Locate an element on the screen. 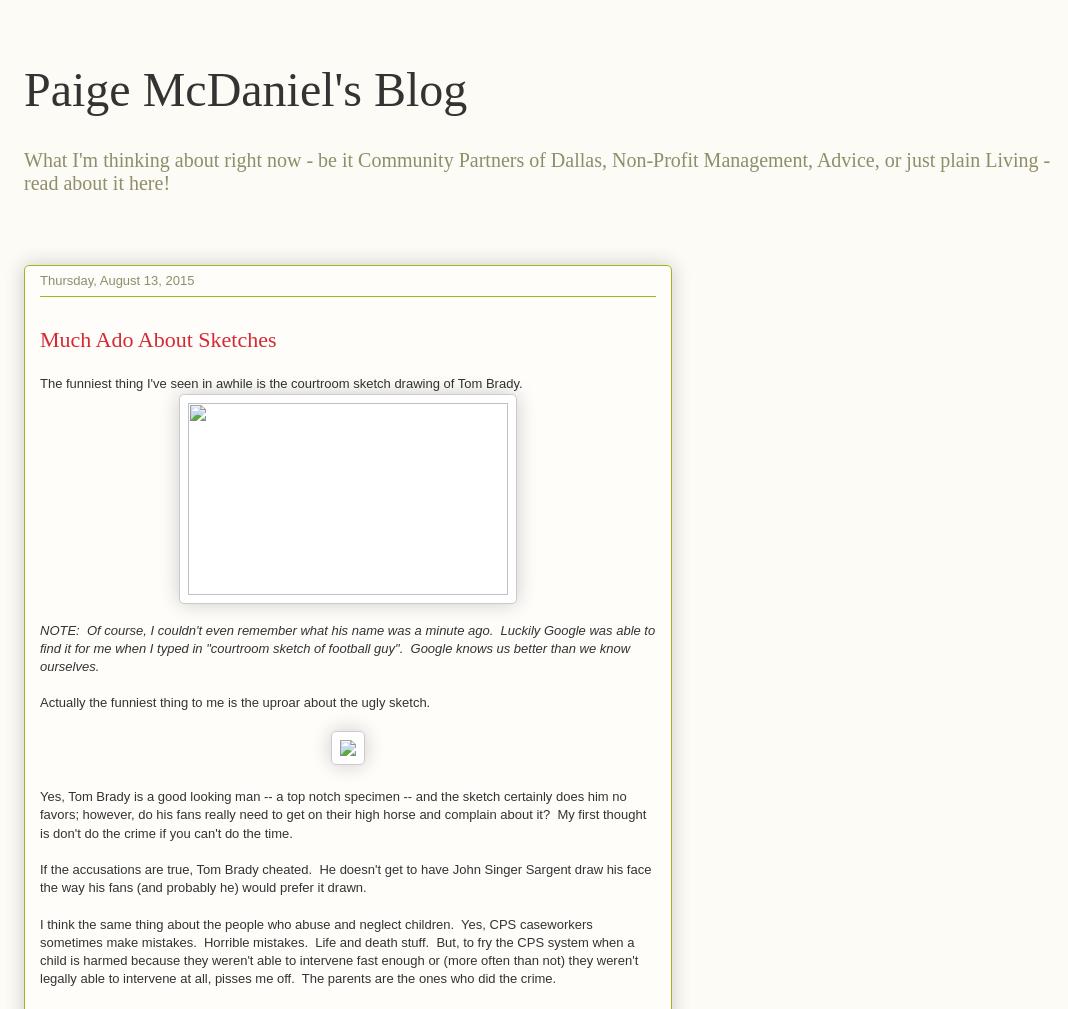 The width and height of the screenshot is (1068, 1009). 'What I'm thinking about right now - be it Community Partners of Dallas, Non-Profit Management, Advice, or just plain Living - read about it here!' is located at coordinates (535, 170).